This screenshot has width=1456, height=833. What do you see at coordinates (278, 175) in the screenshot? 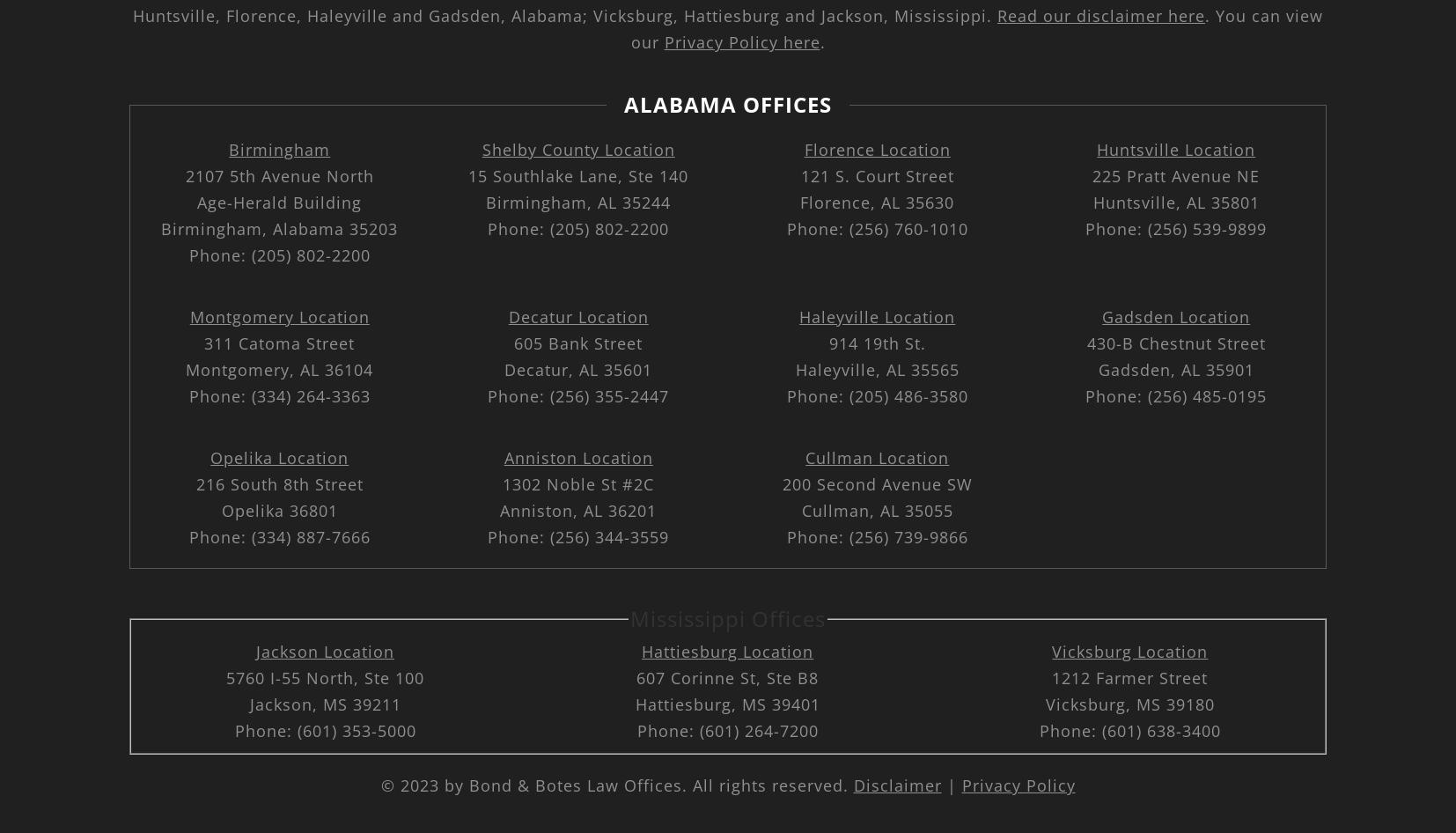
I see `'2107 5th Avenue North'` at bounding box center [278, 175].